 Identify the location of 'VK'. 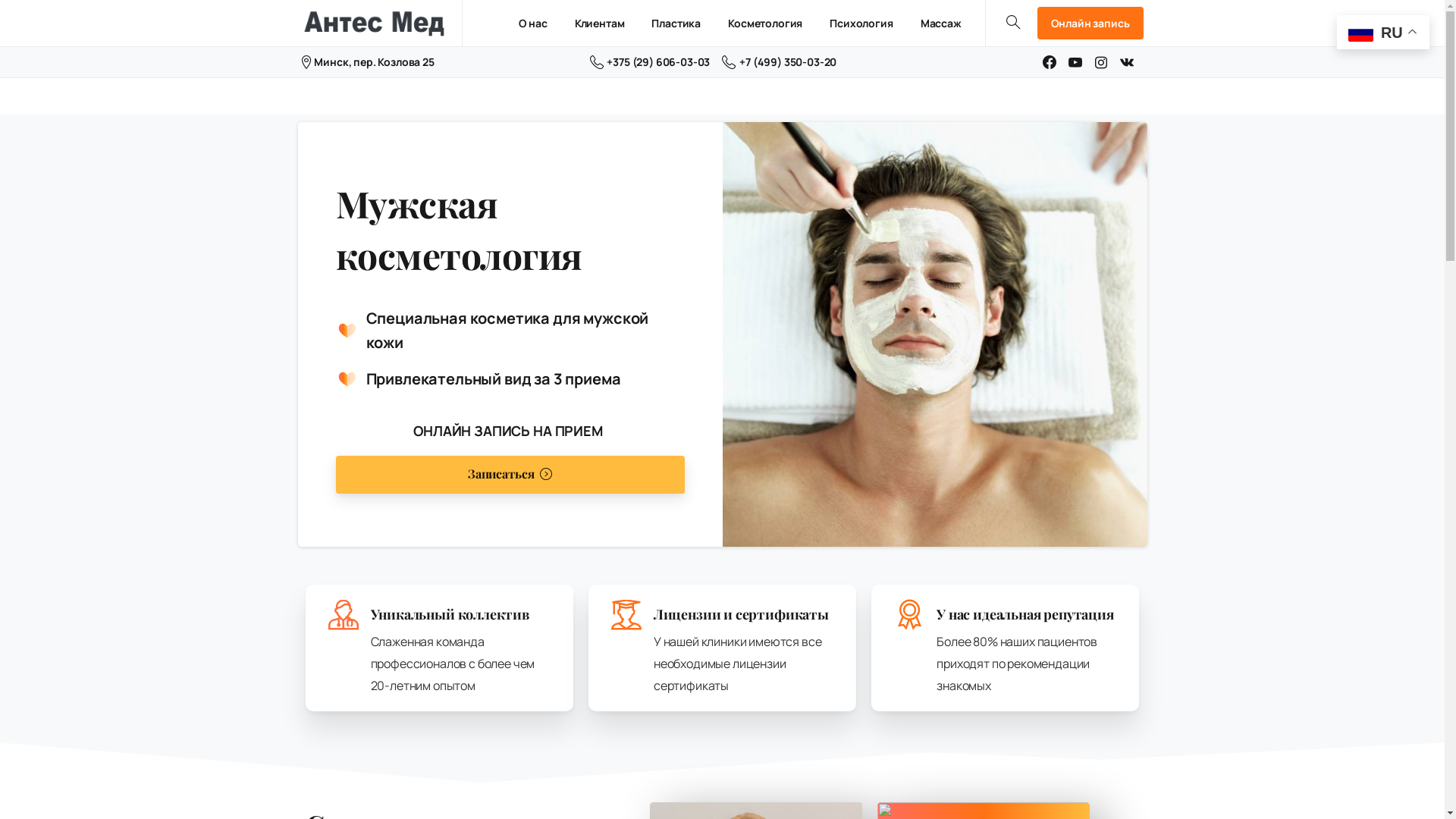
(1127, 61).